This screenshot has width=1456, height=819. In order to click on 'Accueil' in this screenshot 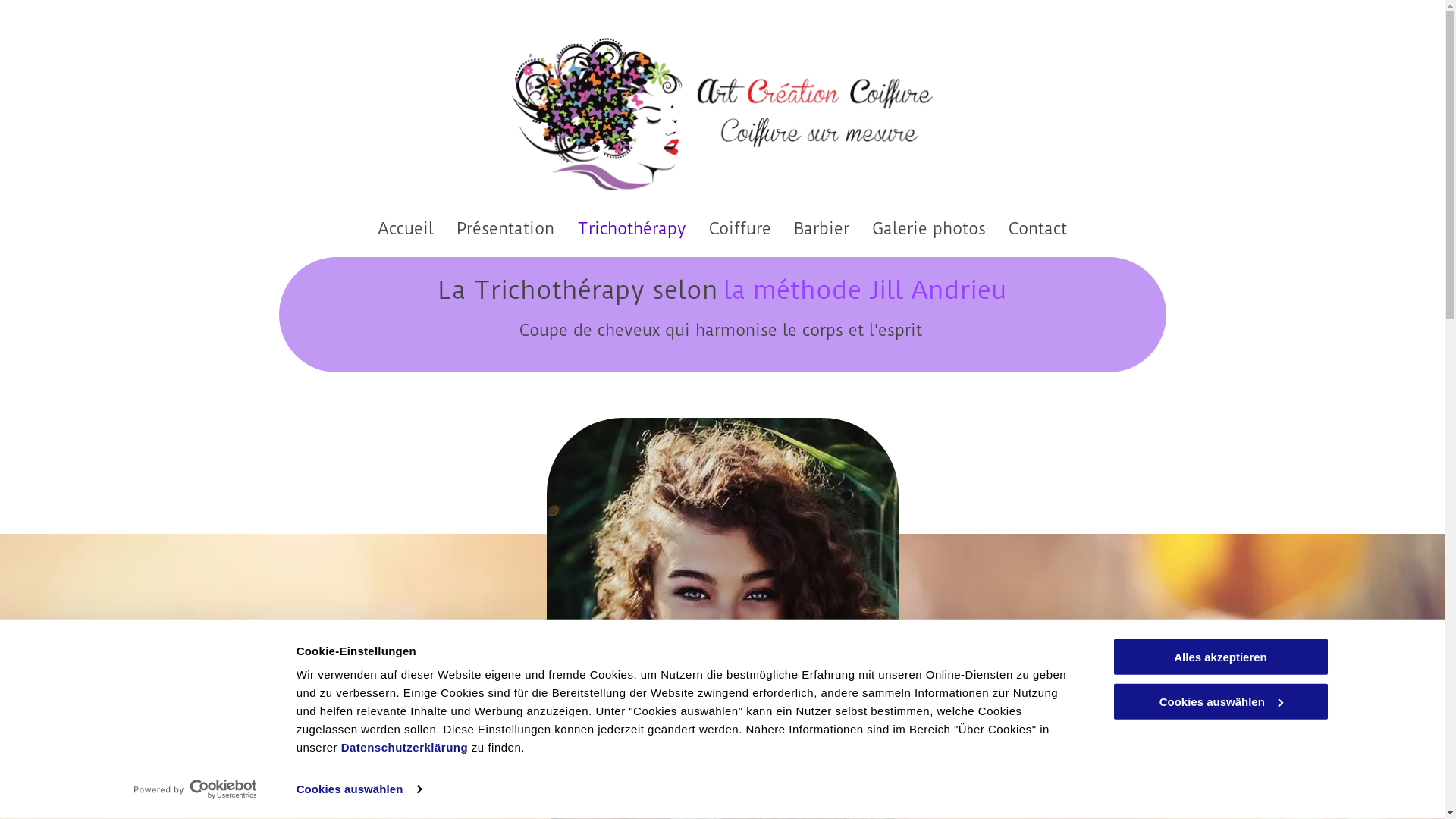, I will do `click(366, 228)`.